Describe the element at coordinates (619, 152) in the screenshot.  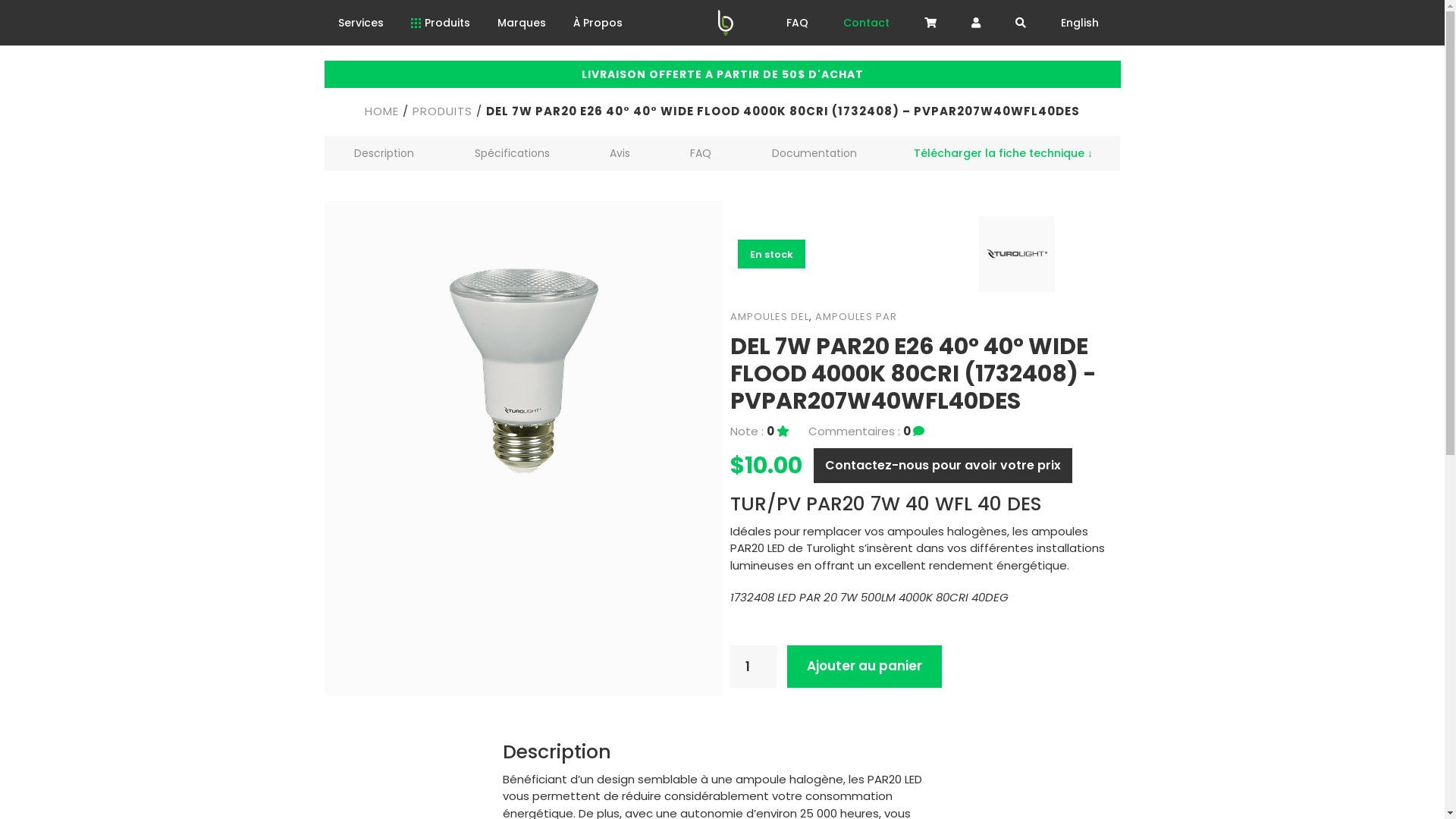
I see `'Avis'` at that location.